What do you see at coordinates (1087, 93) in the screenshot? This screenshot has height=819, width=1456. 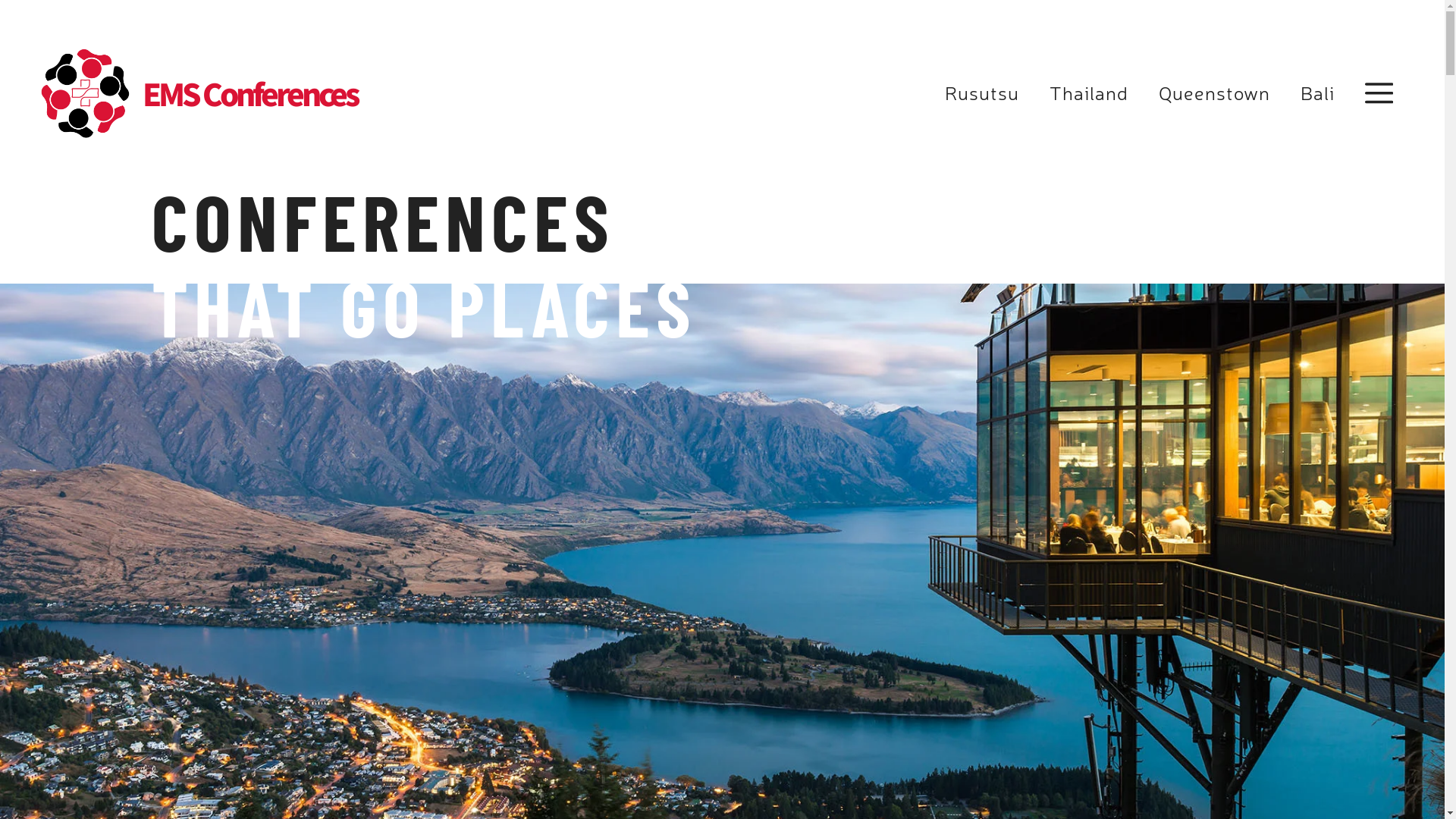 I see `'Thailand'` at bounding box center [1087, 93].